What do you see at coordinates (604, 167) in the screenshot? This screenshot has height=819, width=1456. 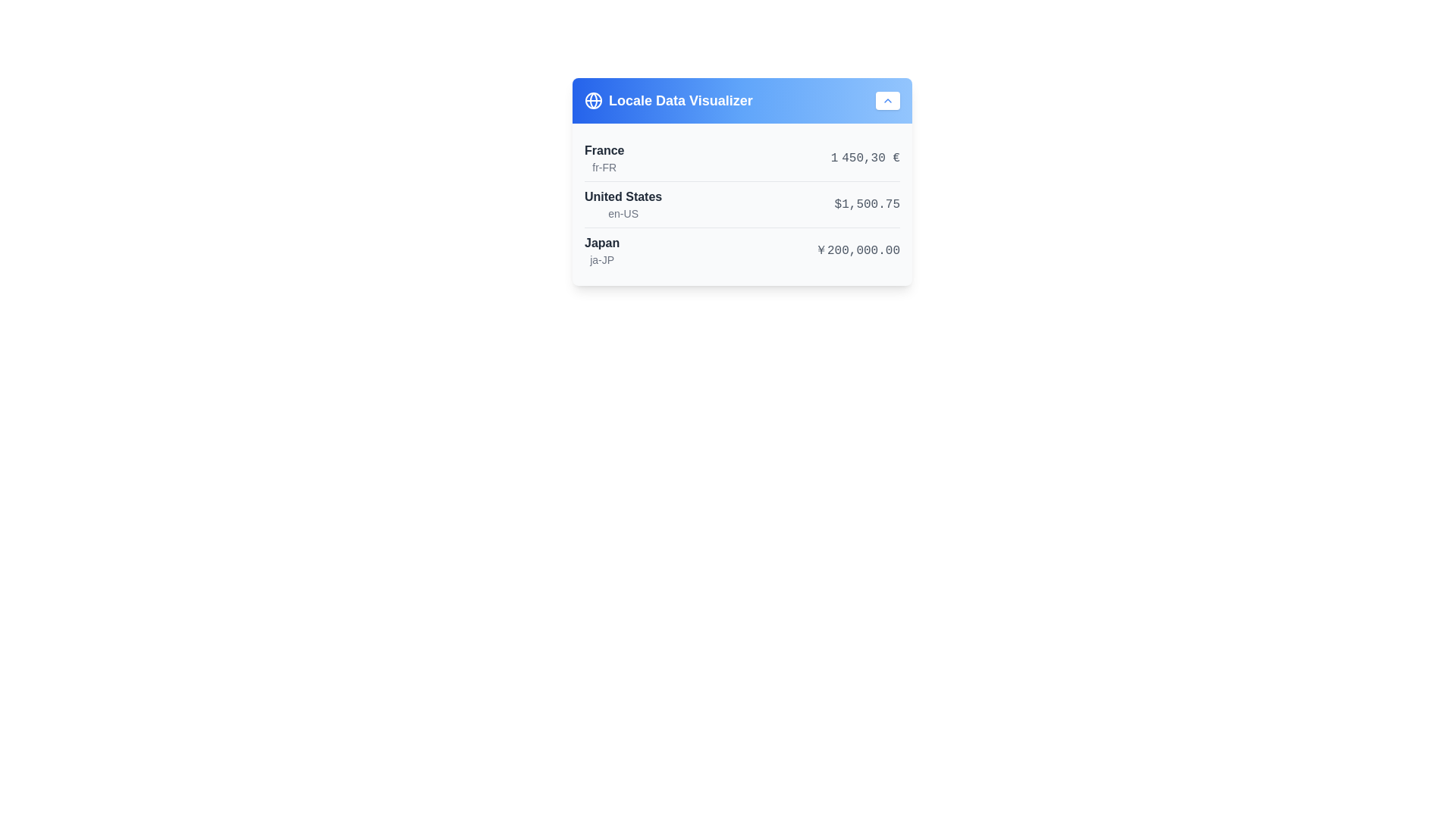 I see `text label indicating the locale code 'fr-FR', which is located below the heading 'France' in the Locale Data Visualizer panel` at bounding box center [604, 167].